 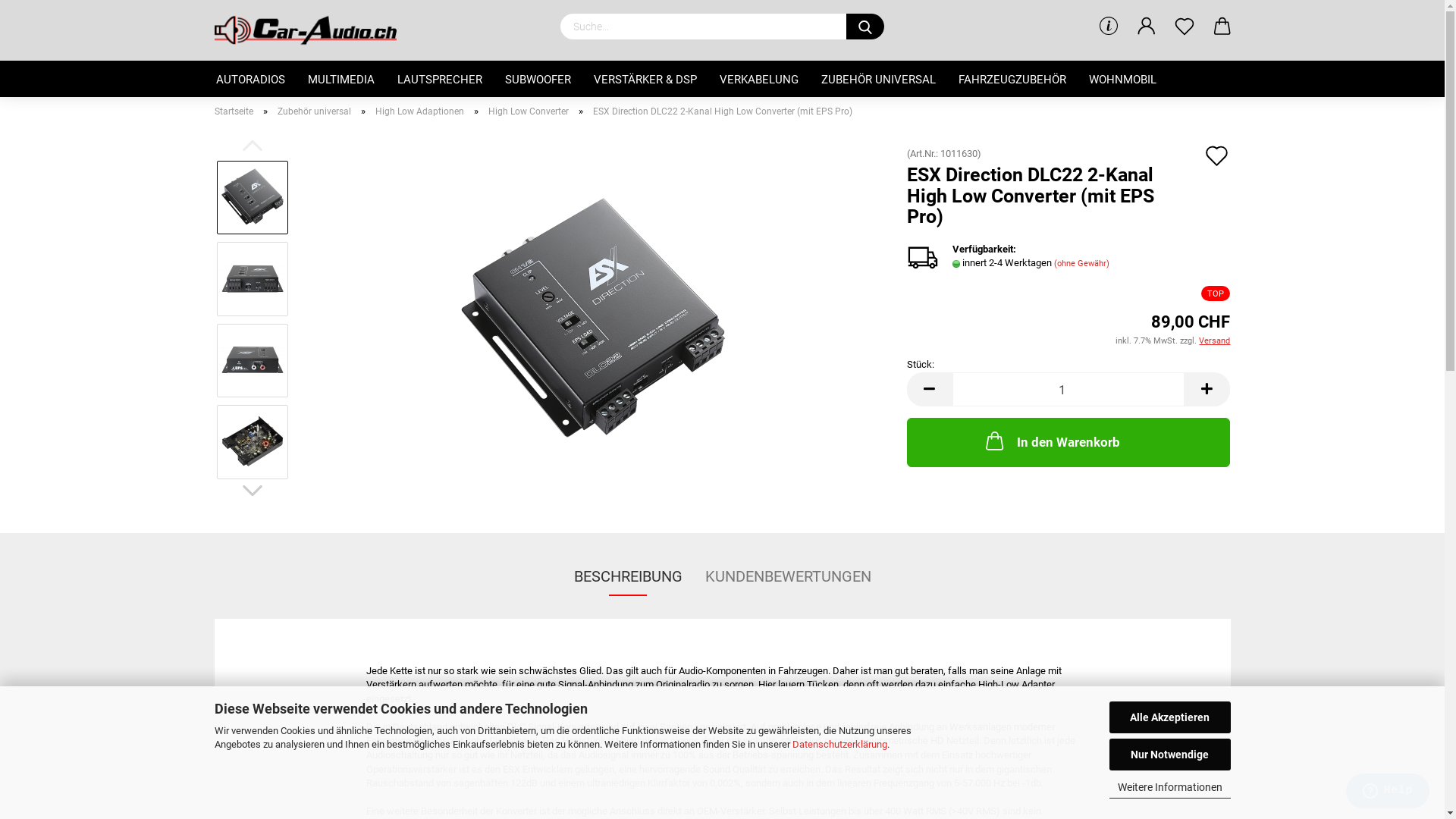 I want to click on 'High Low Converter', so click(x=528, y=110).